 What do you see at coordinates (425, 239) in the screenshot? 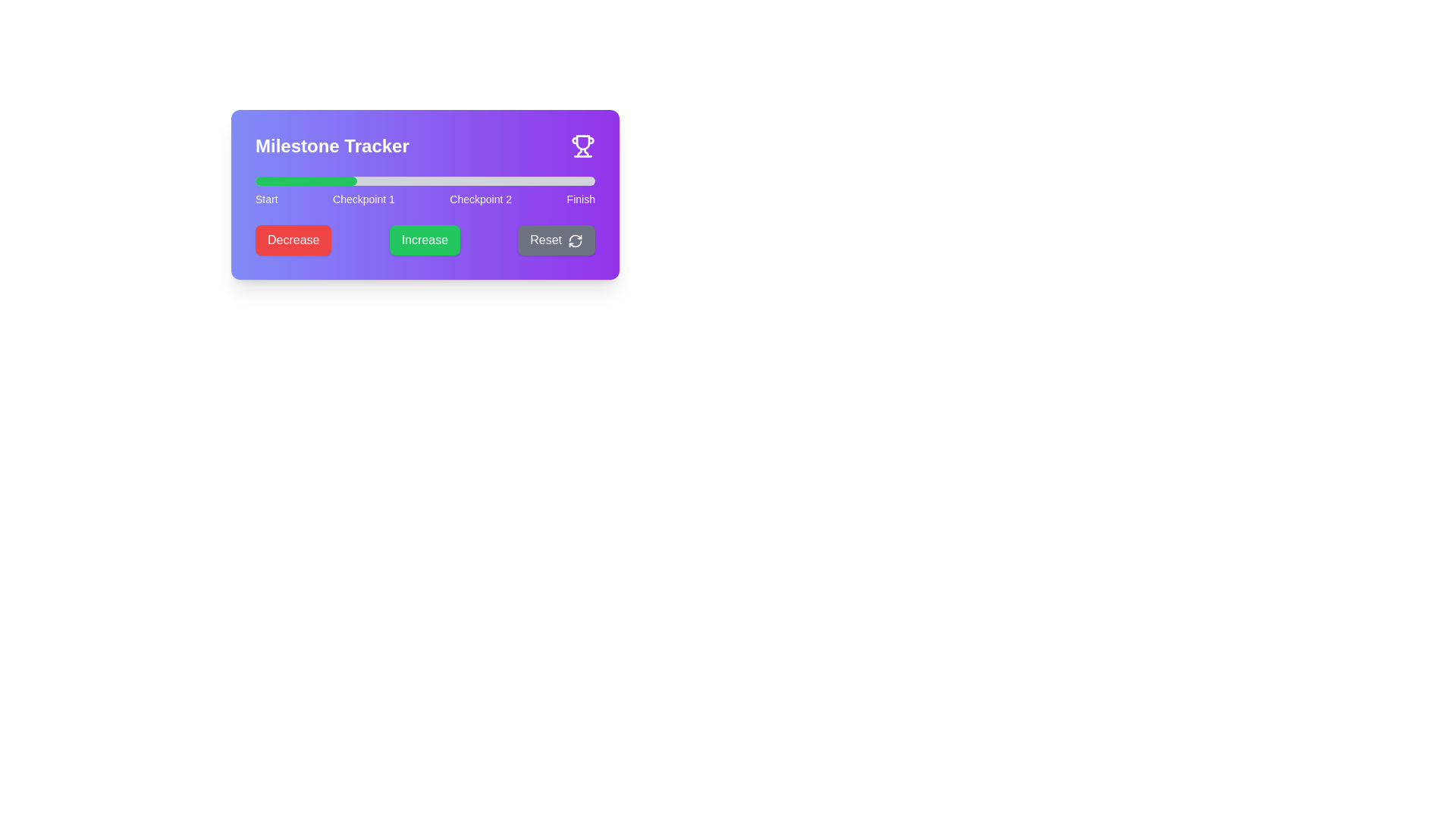
I see `the green 'Increase' button with rounded edges, located between the red 'Decrease' button and the gray 'Reset' button` at bounding box center [425, 239].